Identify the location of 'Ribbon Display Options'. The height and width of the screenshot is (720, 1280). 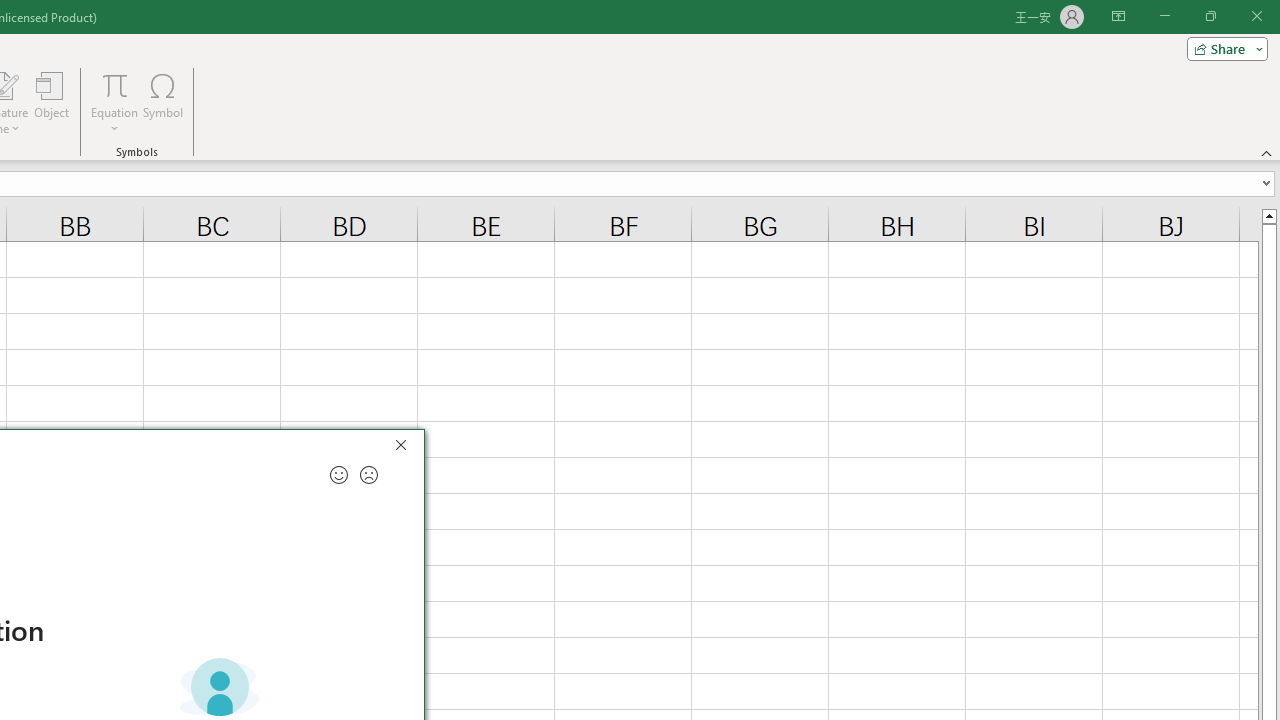
(1117, 16).